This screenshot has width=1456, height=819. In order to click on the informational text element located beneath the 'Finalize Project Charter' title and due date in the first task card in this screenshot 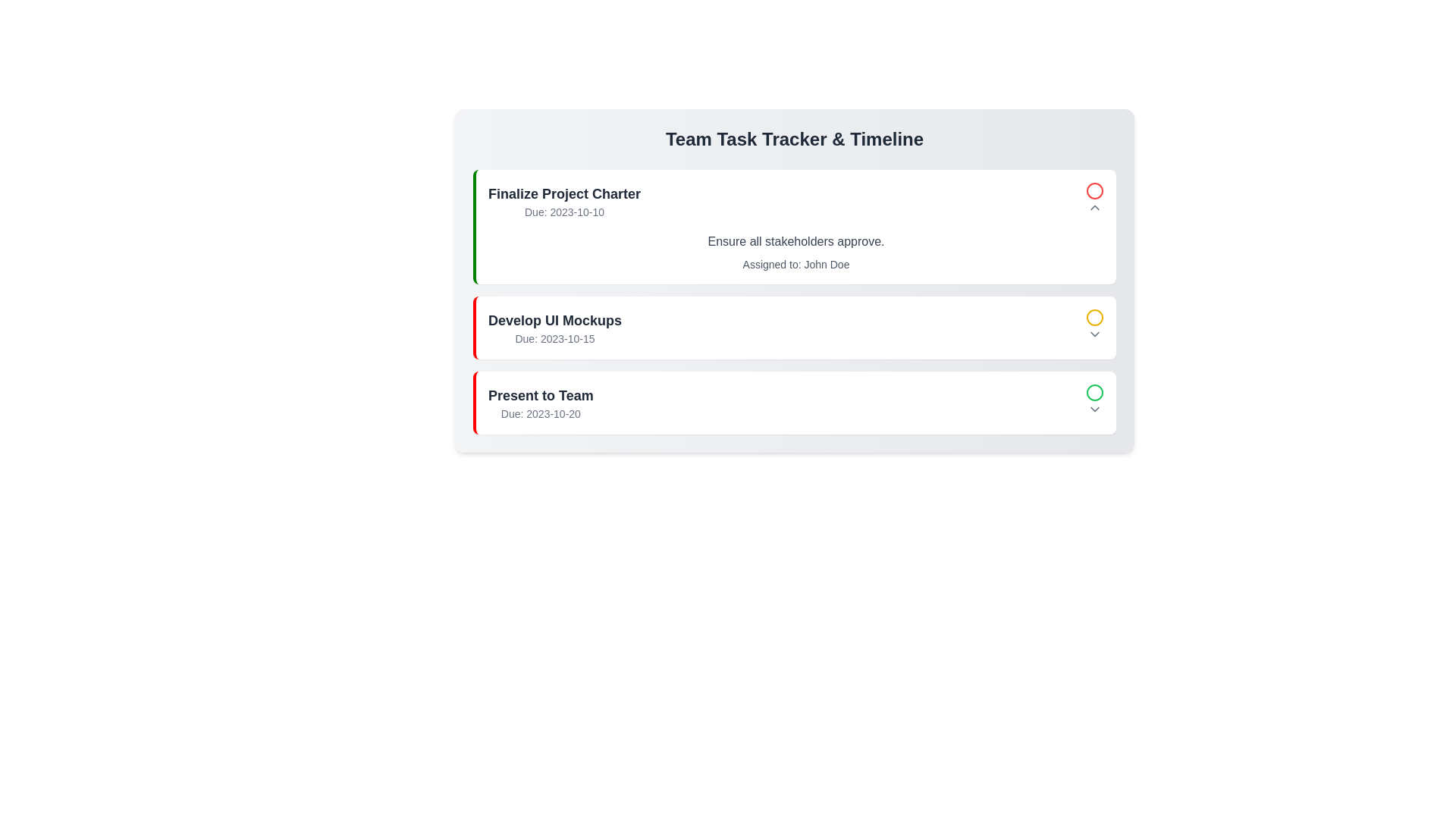, I will do `click(795, 241)`.